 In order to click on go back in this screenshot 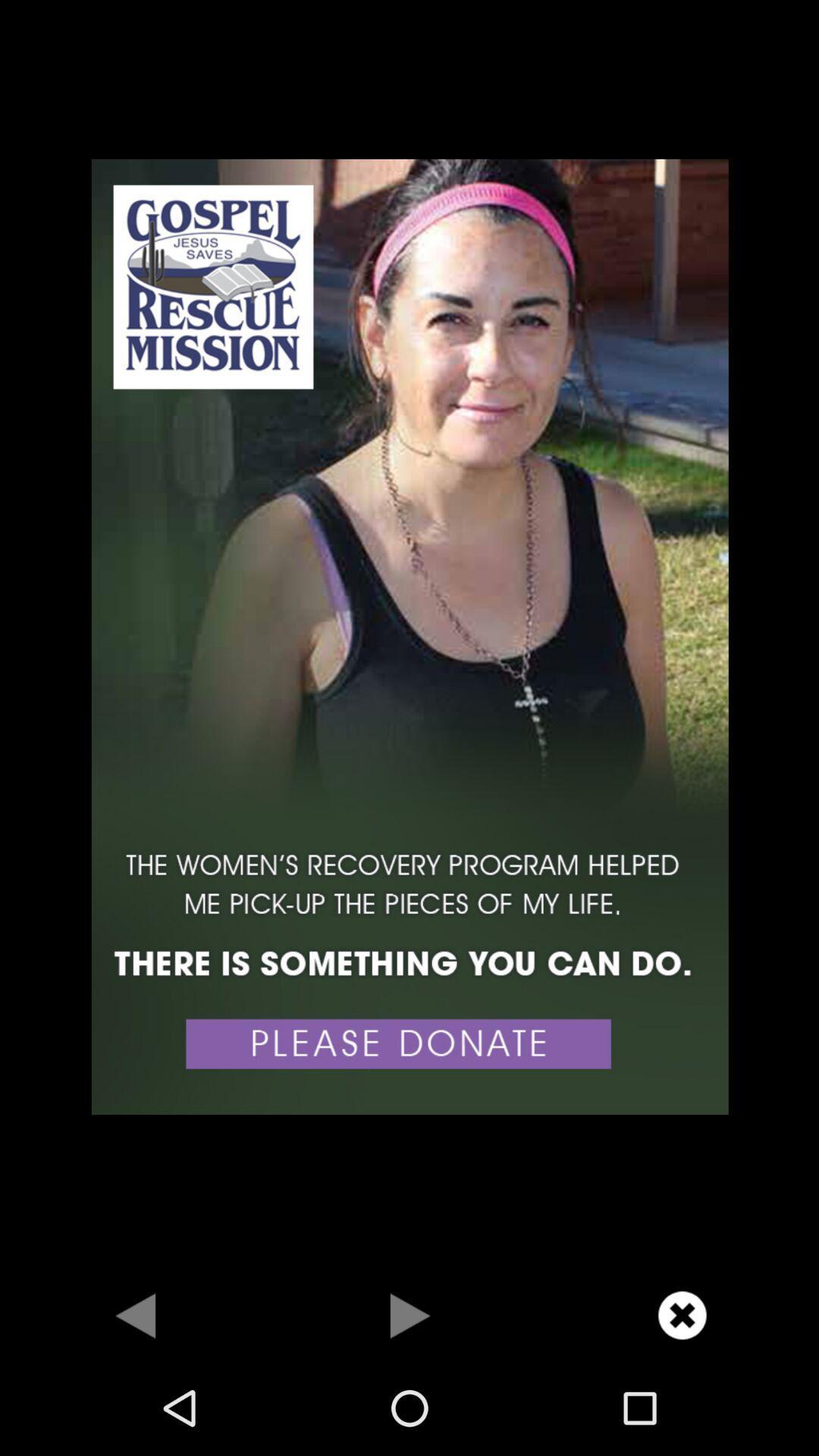, I will do `click(136, 1314)`.